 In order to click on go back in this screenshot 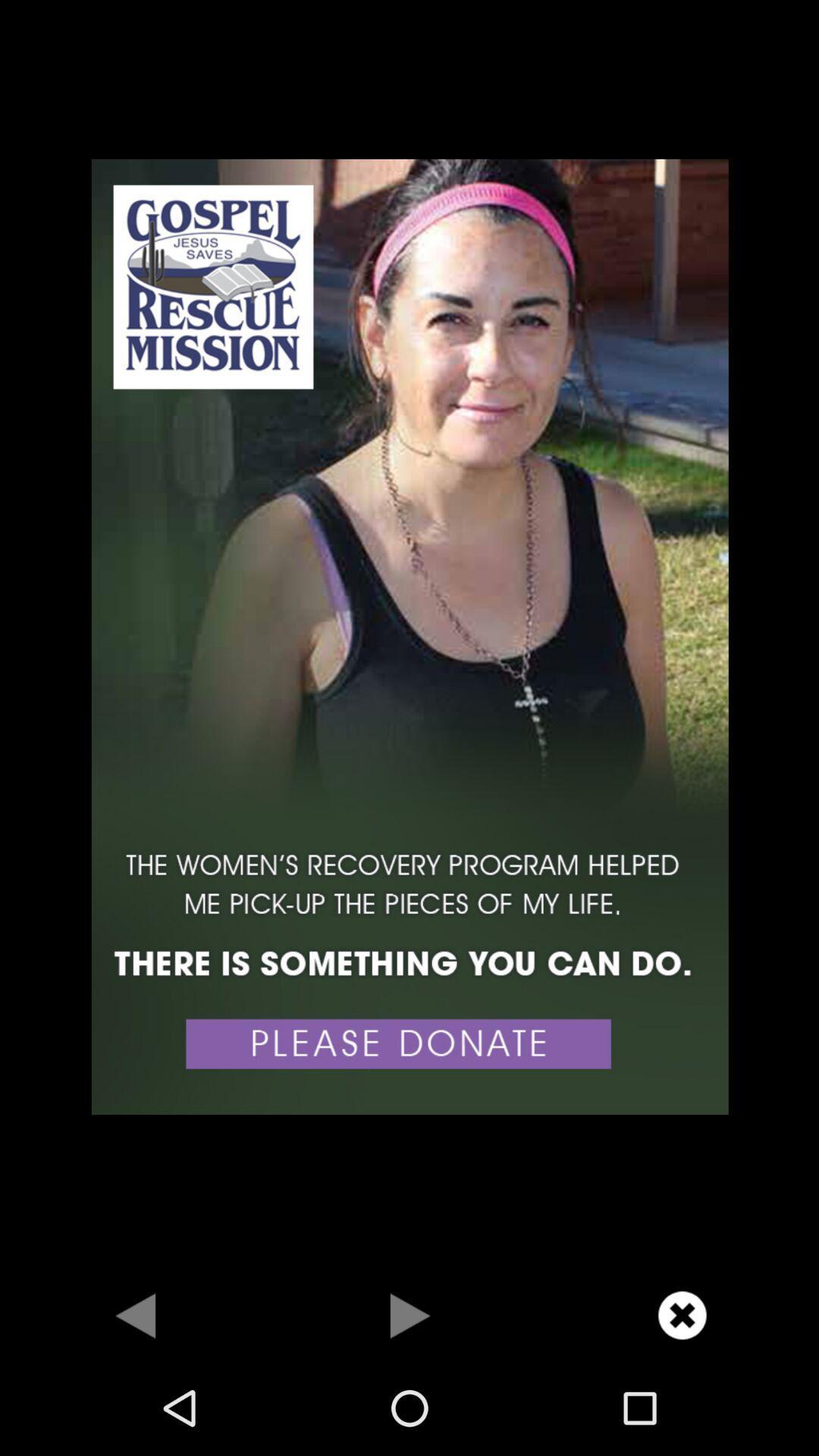, I will do `click(136, 1314)`.